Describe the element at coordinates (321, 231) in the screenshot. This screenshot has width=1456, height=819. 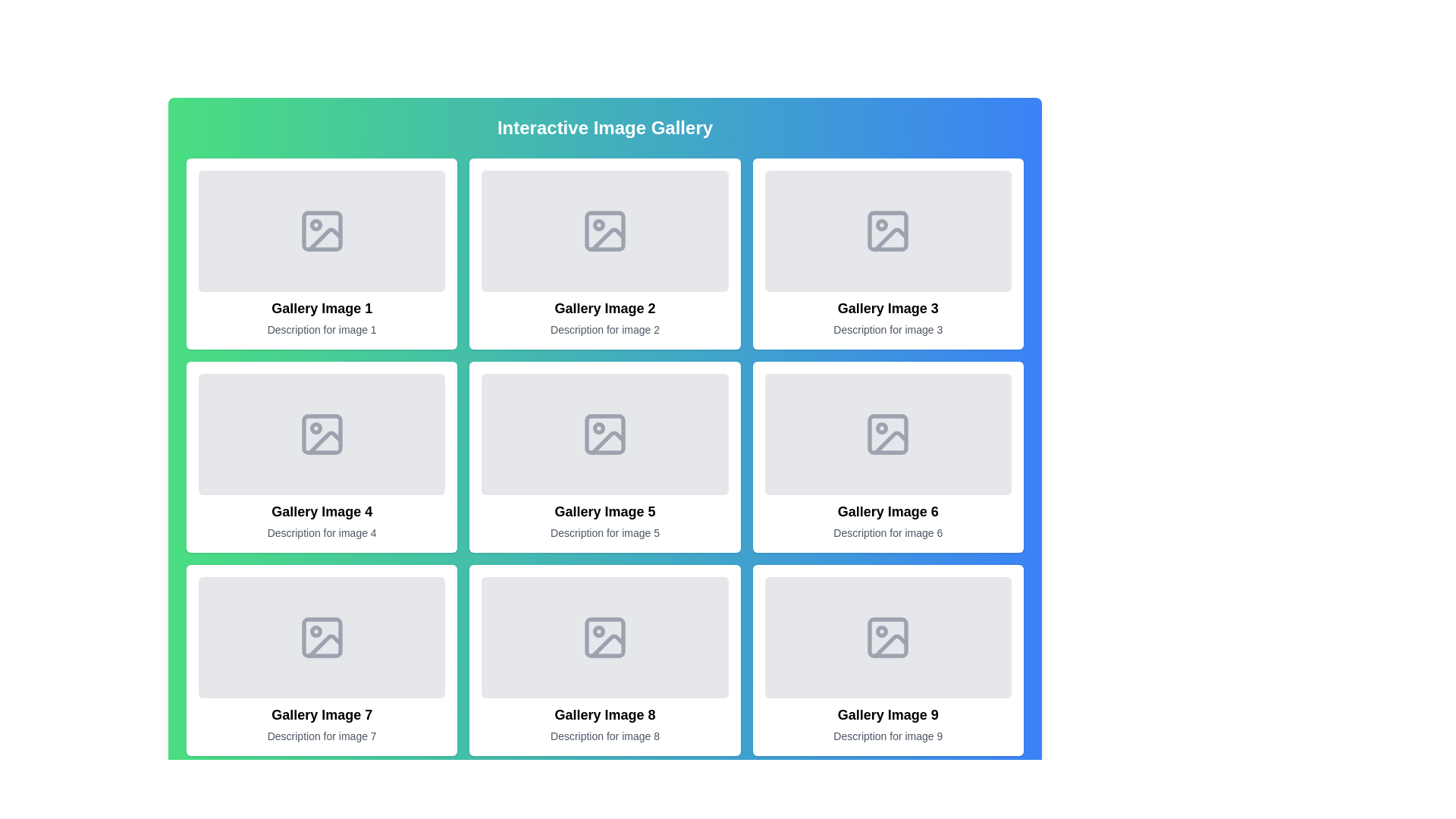
I see `the interactive placeholder for 'Gallery Image 1'` at that location.